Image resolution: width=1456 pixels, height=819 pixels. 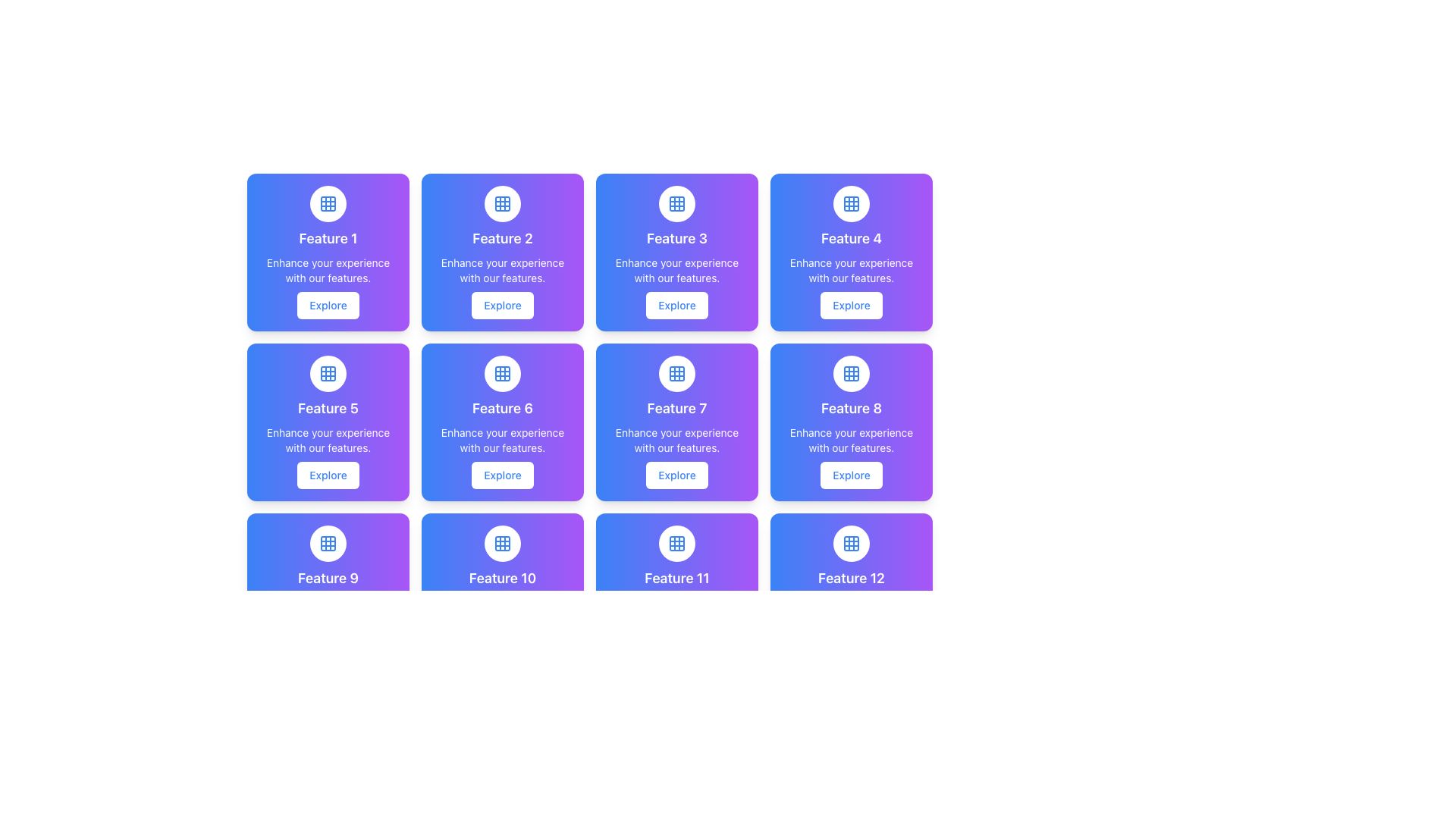 I want to click on the 'Explore' button with a white background and blue text located in the 'Feature 8' card, so click(x=852, y=475).